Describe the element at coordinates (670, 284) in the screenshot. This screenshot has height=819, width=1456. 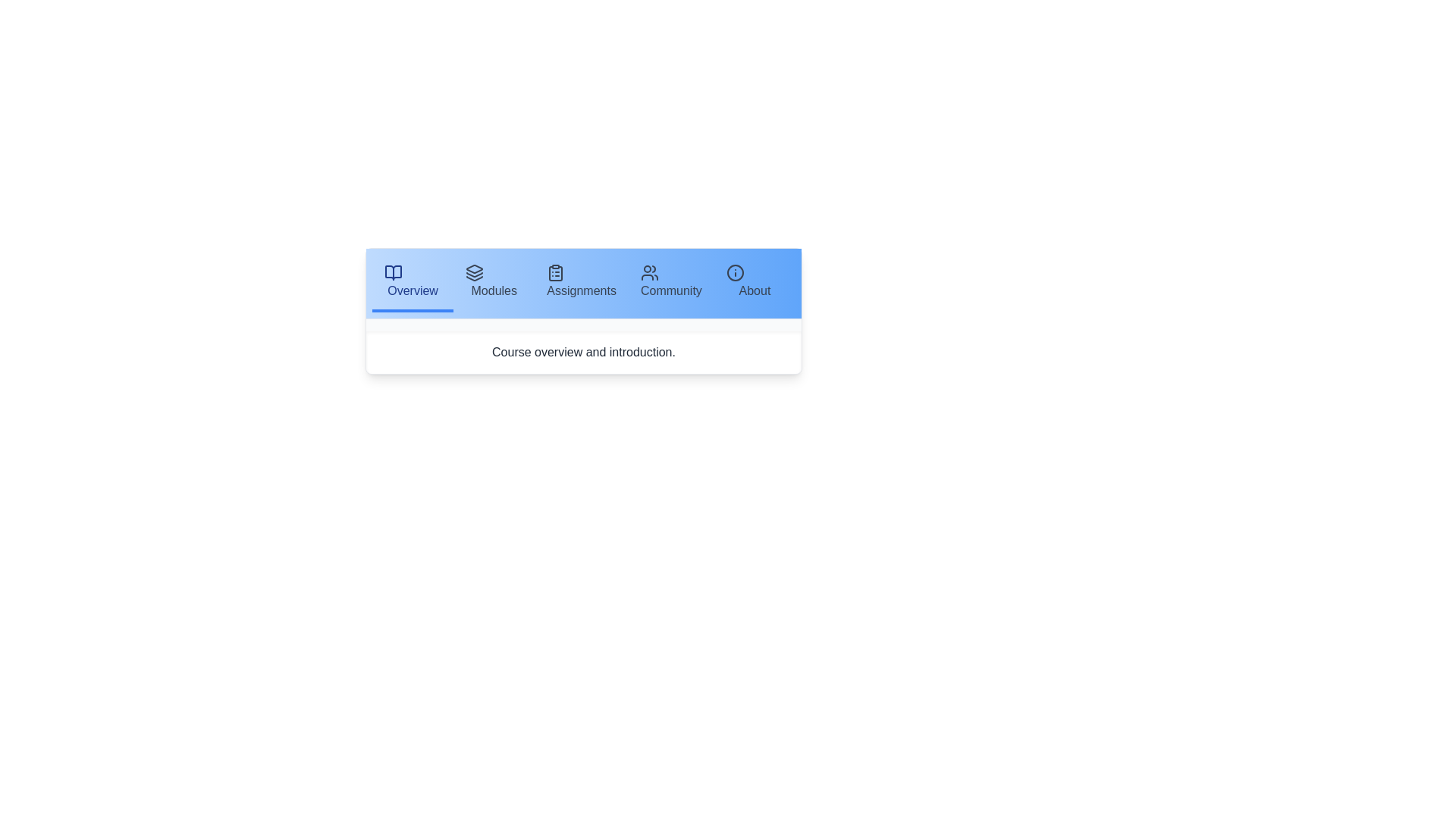
I see `the 'Community' button in the top navigation bar` at that location.